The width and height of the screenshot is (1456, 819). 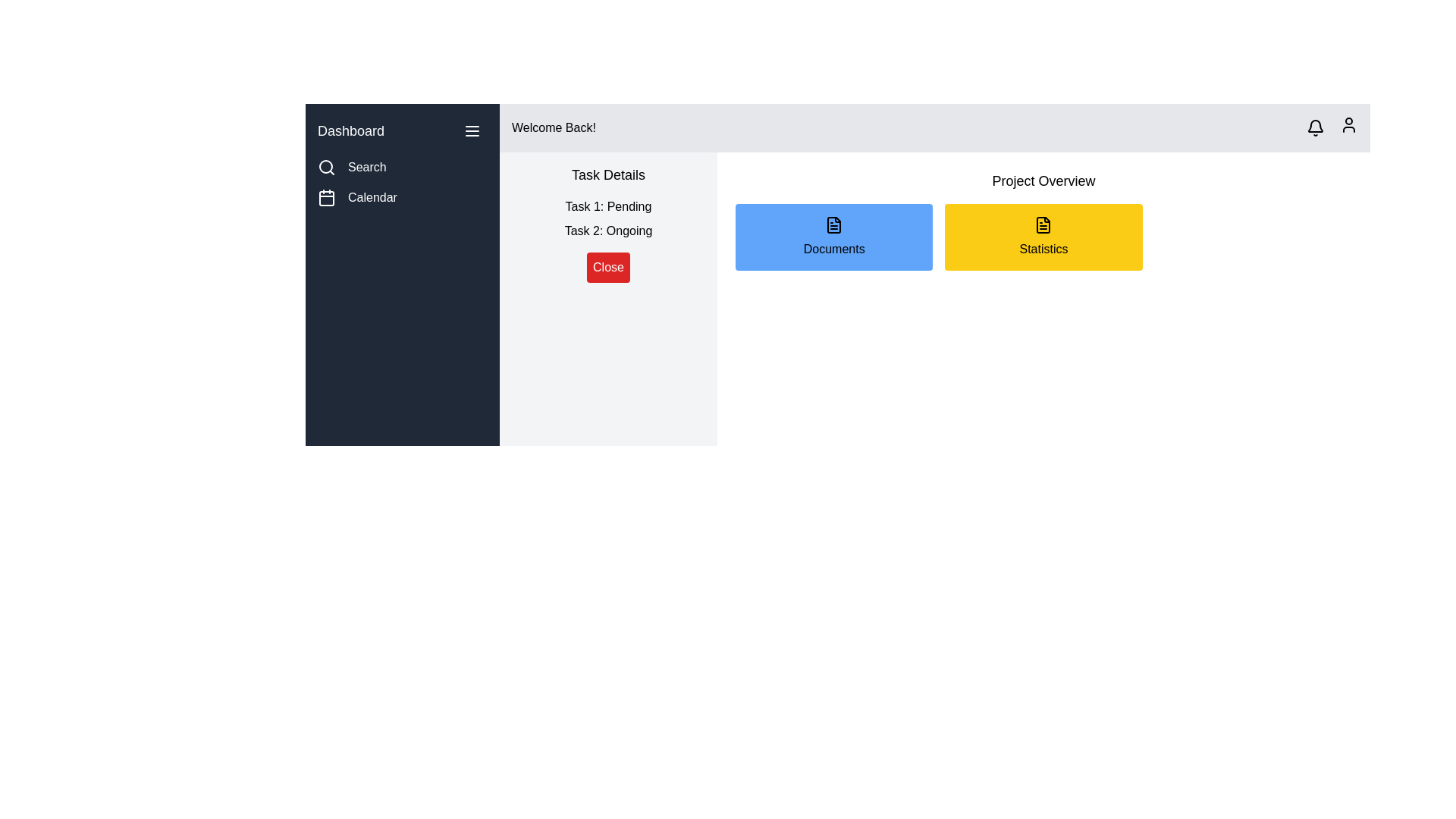 I want to click on the 'Statistics' icon located in the second box of the 'Project Overview' section, so click(x=1043, y=225).